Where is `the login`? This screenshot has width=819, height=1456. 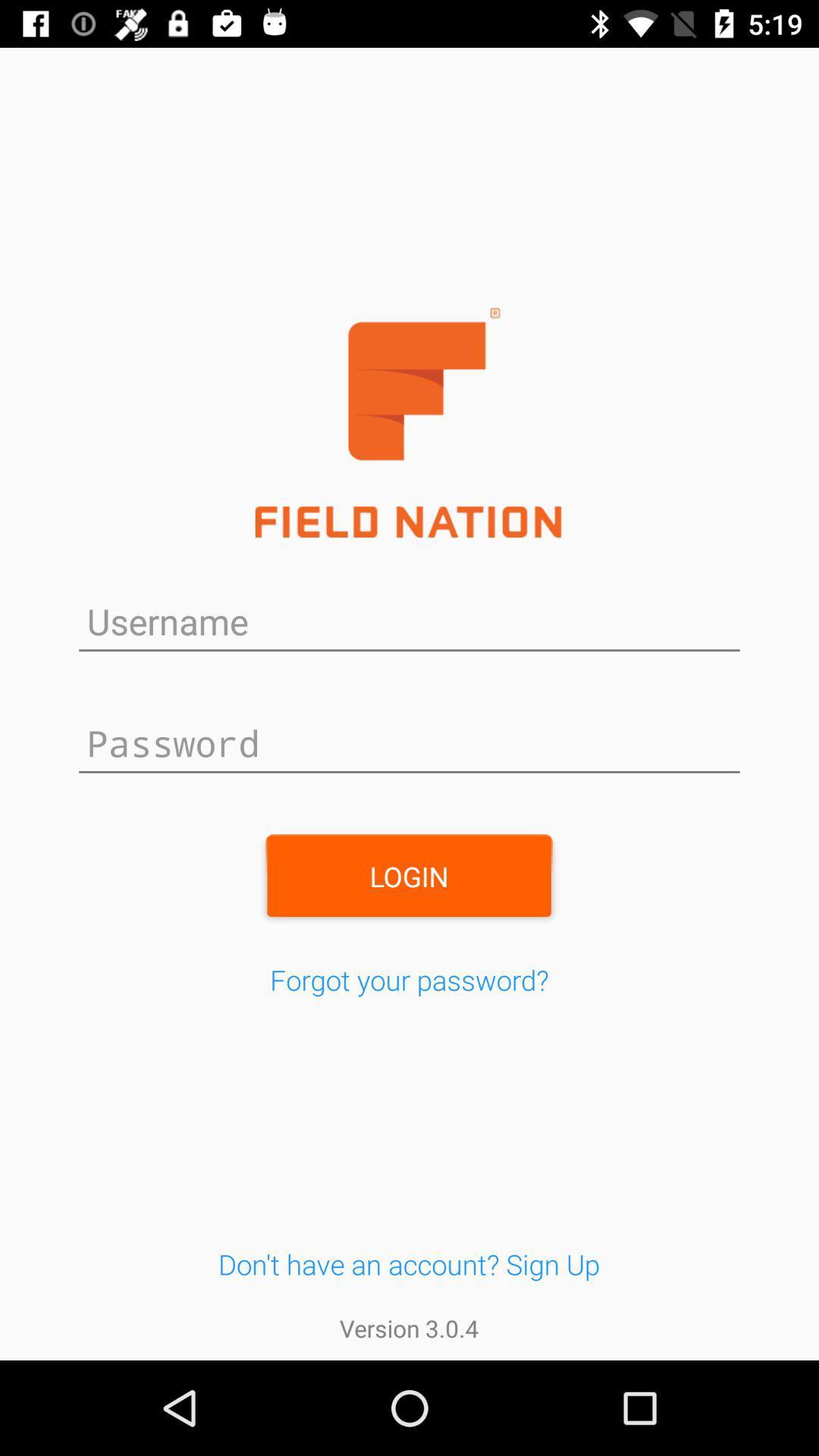 the login is located at coordinates (408, 876).